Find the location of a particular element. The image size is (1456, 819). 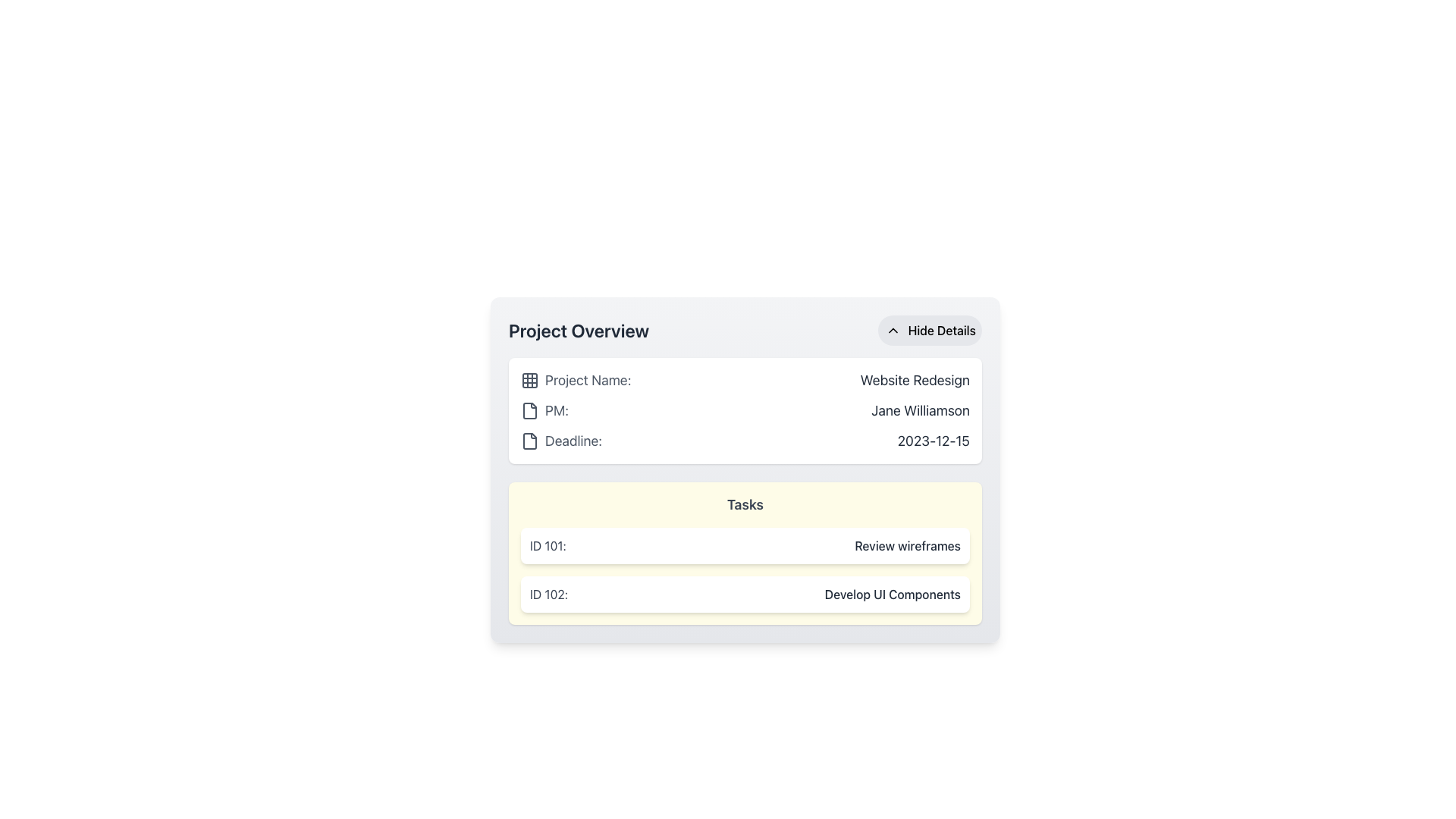

the non-interactive icon representing the PM section located to the left of the 'PM:' text in the 'Project Overview' section is located at coordinates (530, 411).